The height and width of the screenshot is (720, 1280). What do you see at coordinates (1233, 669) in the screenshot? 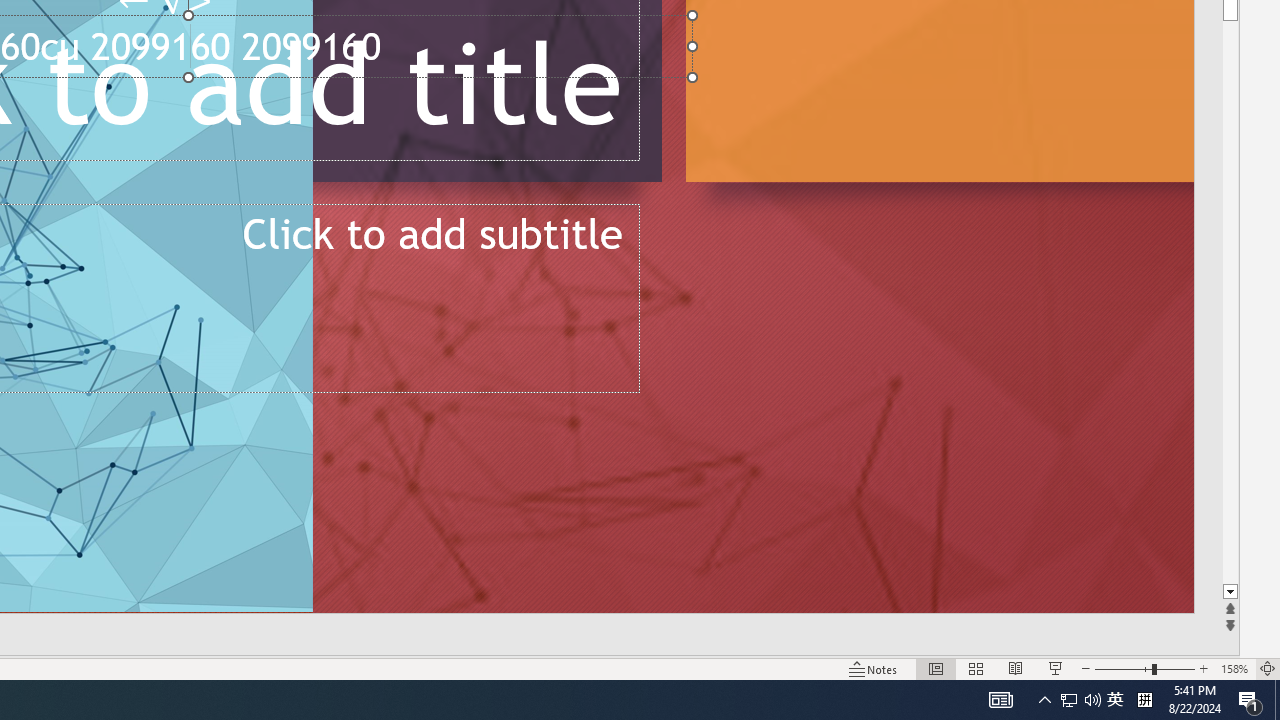
I see `'Zoom 158%'` at bounding box center [1233, 669].